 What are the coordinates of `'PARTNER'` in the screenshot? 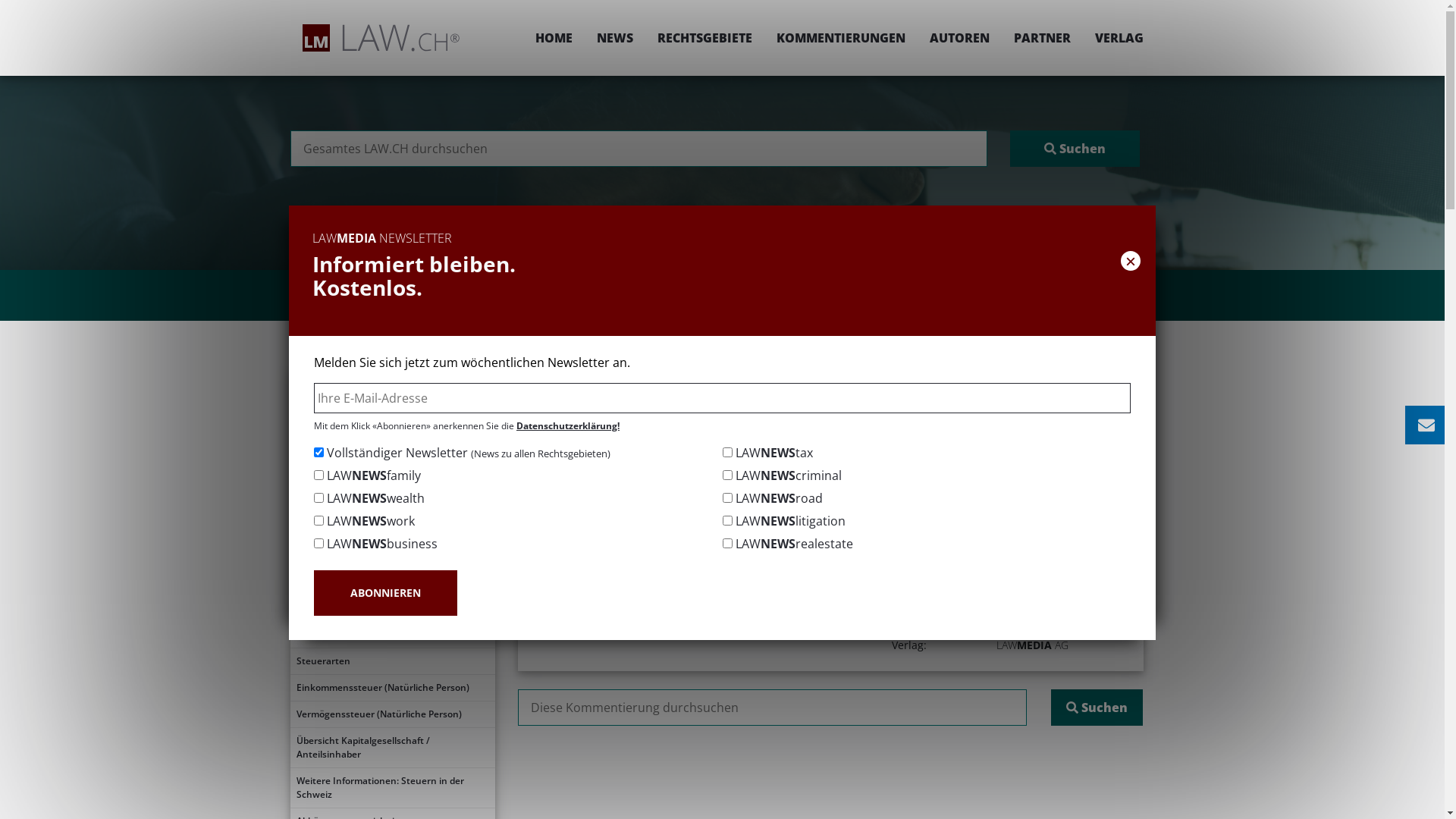 It's located at (1001, 37).